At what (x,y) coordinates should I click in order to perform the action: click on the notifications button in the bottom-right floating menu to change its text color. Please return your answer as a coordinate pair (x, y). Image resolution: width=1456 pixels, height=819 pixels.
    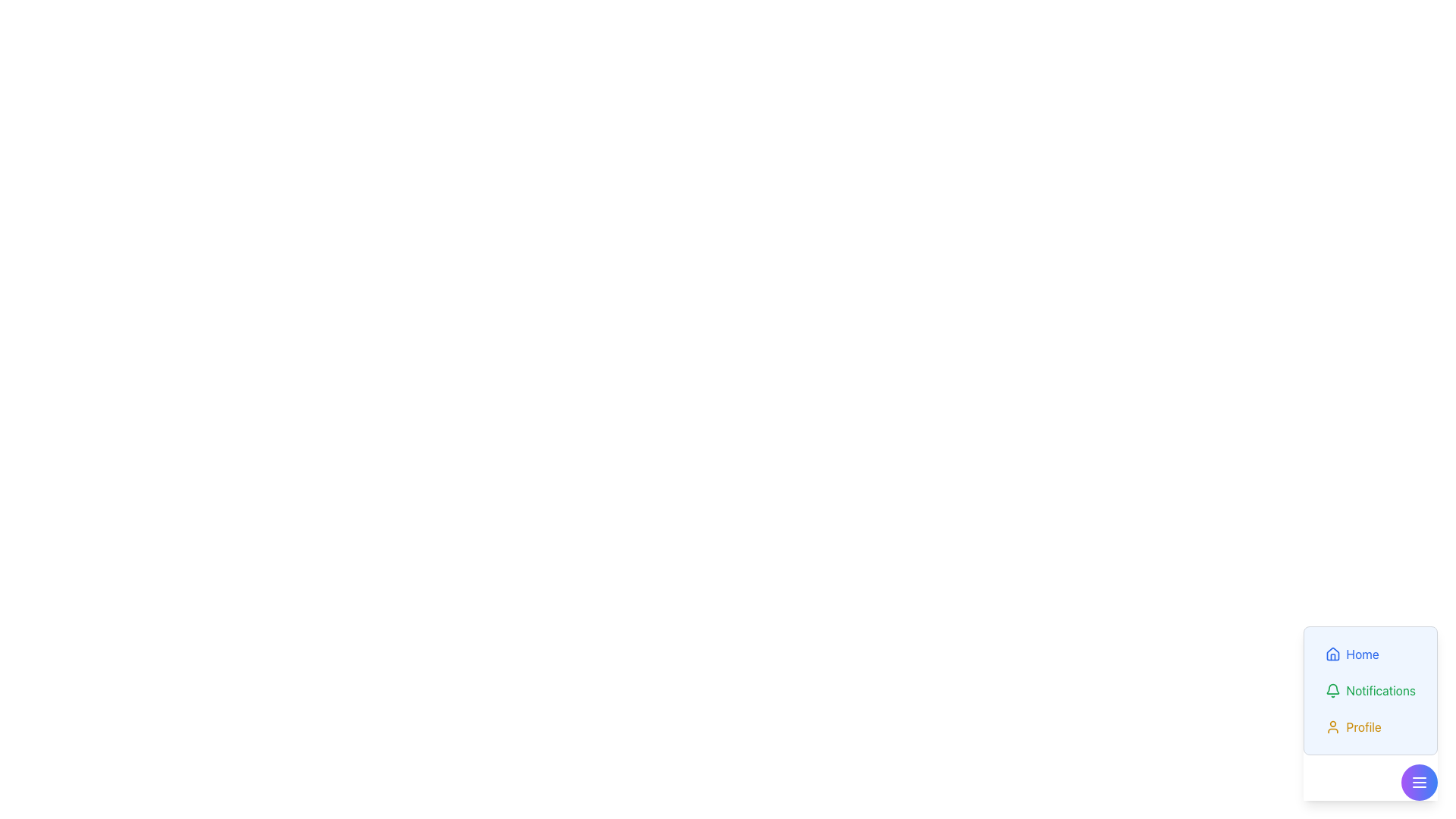
    Looking at the image, I should click on (1370, 690).